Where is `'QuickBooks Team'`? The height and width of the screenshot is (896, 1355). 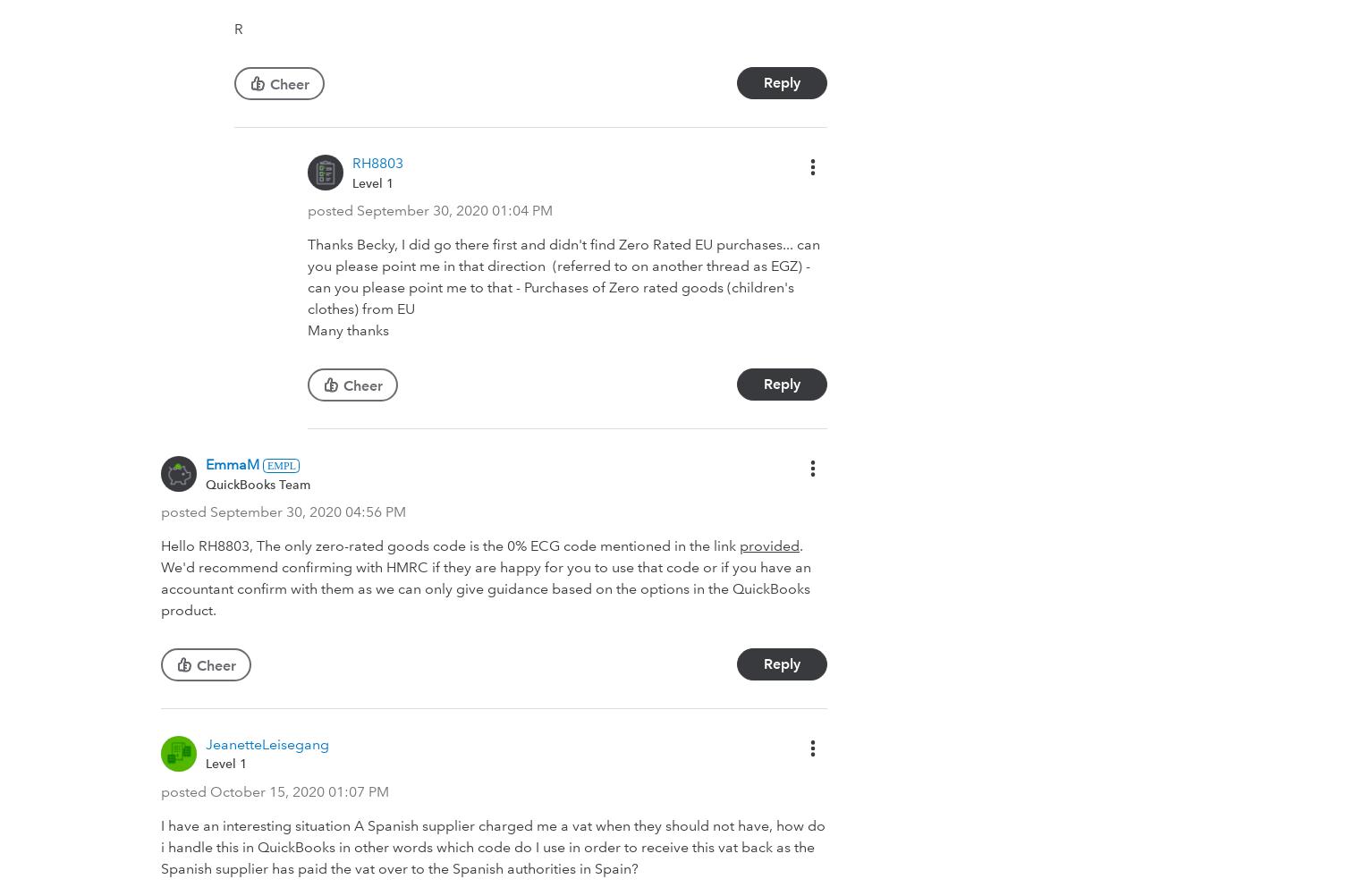 'QuickBooks Team' is located at coordinates (258, 483).